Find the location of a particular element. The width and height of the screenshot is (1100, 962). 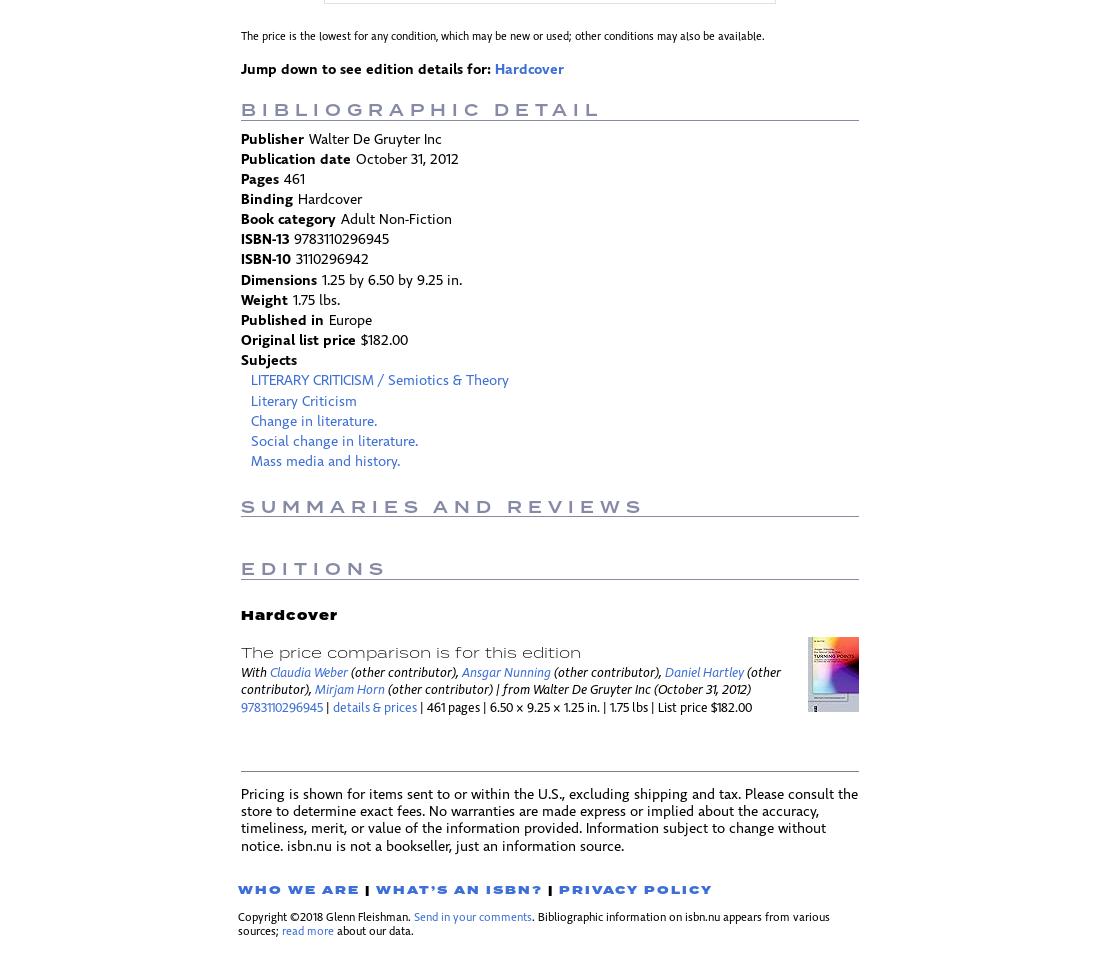

'With' is located at coordinates (255, 672).